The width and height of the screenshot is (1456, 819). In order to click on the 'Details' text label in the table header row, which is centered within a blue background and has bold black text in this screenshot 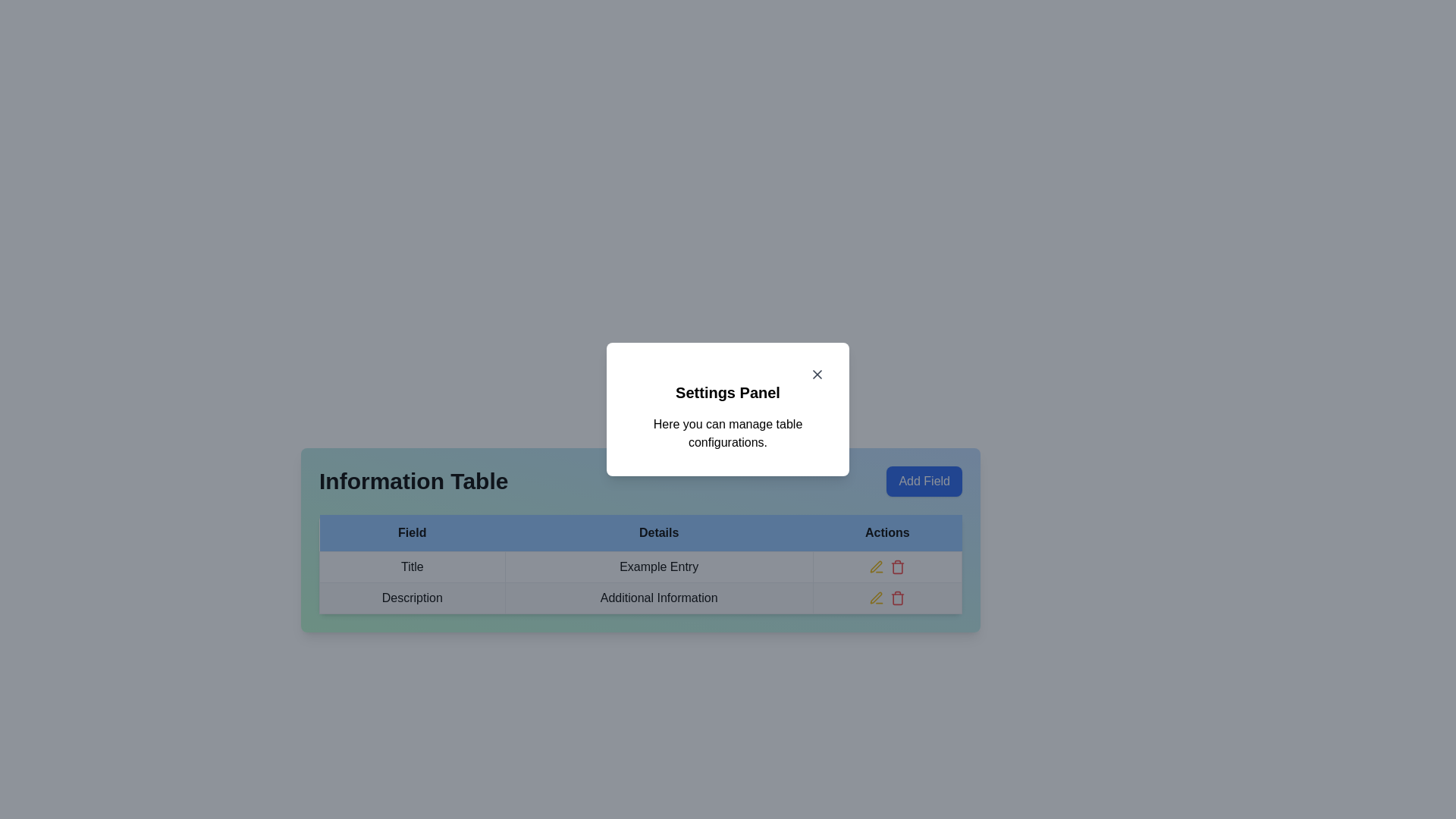, I will do `click(659, 532)`.